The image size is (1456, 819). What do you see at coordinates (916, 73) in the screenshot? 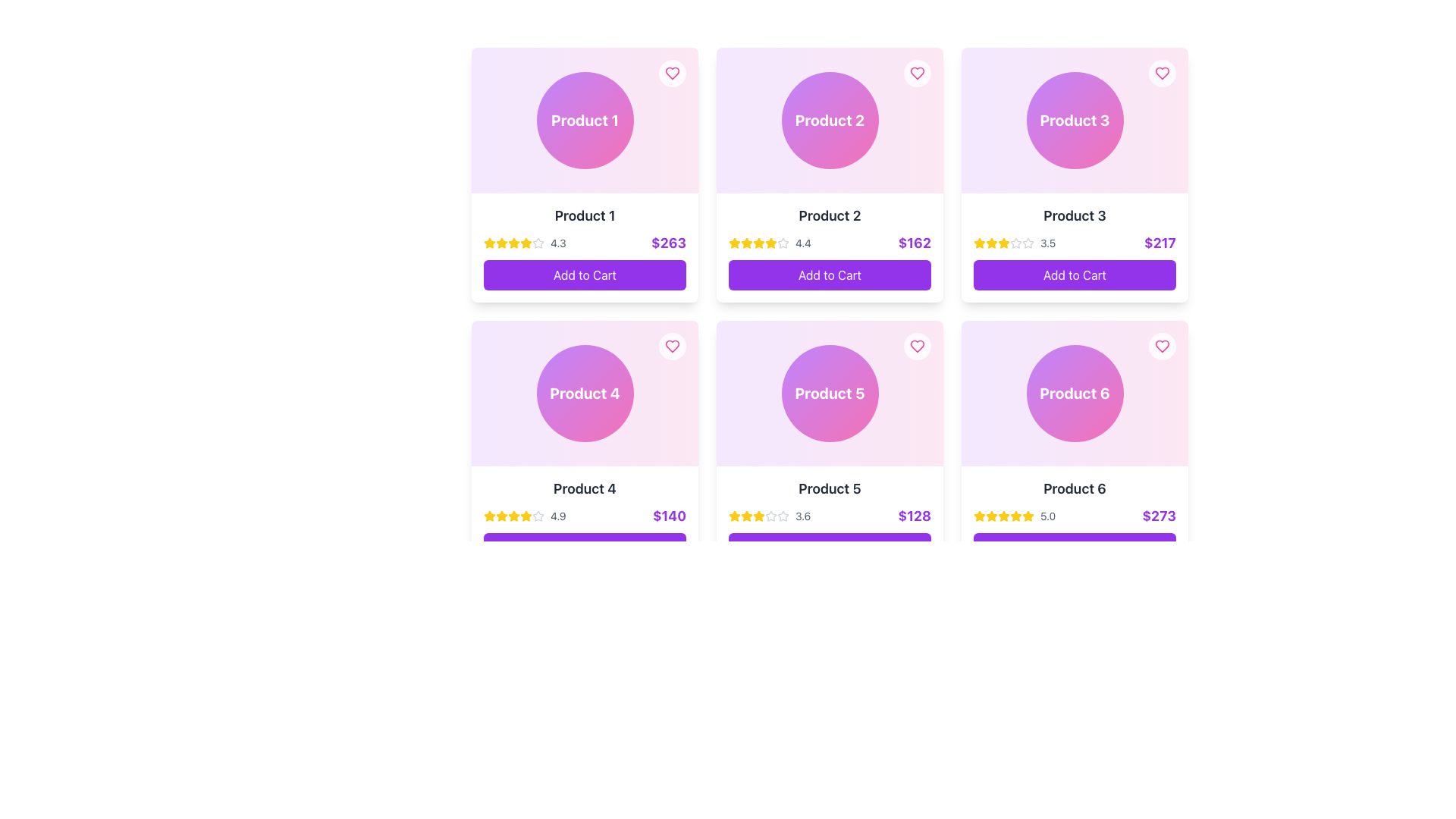
I see `the heart-shaped icon located at the top-right of the 'Product 2' card to mark the product as a favorite` at bounding box center [916, 73].